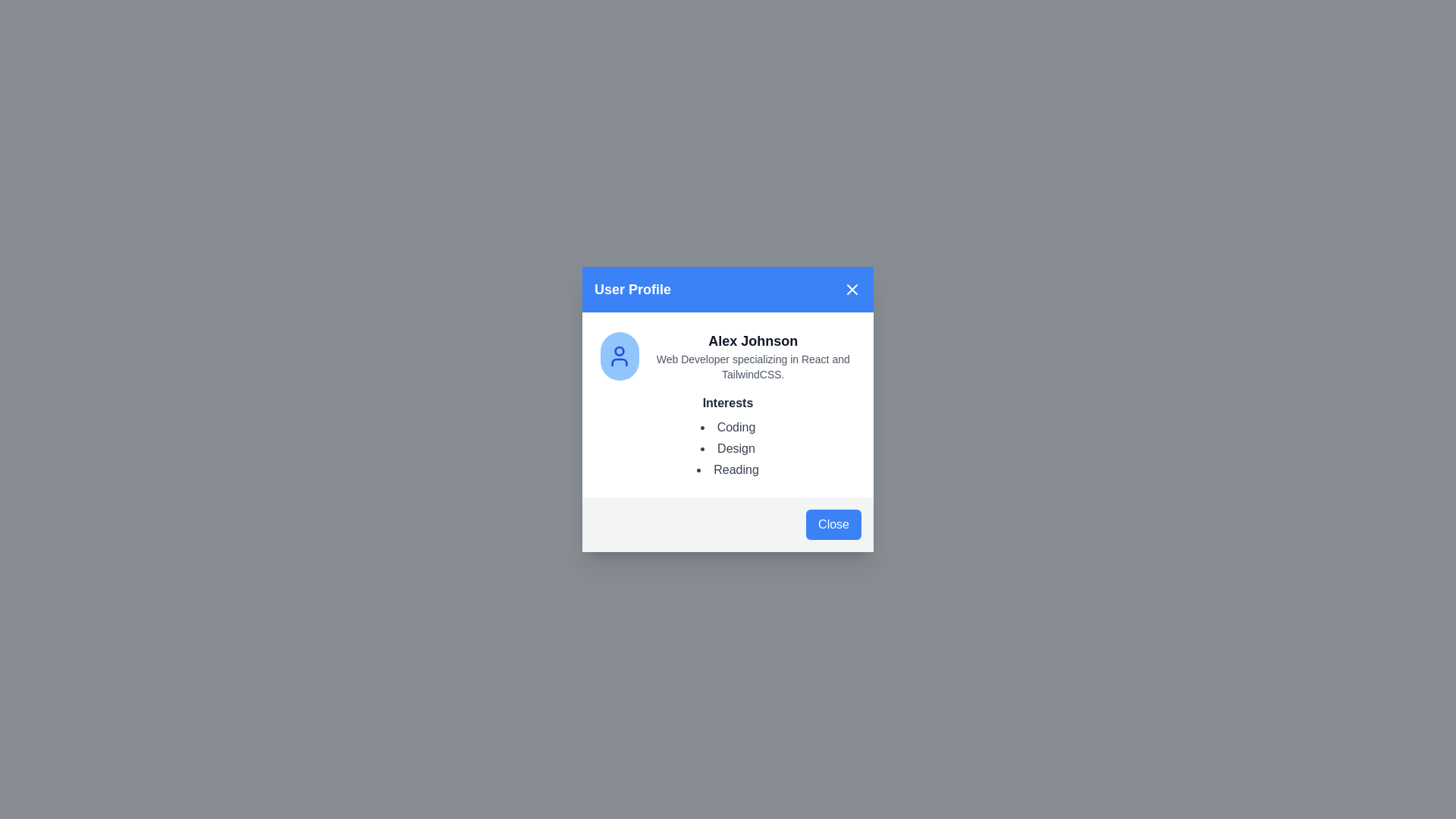 The height and width of the screenshot is (819, 1456). What do you see at coordinates (728, 447) in the screenshot?
I see `the Unordered List containing the items 'Coding', 'Design', and 'Reading' in the modal window titled 'User Profile', positioned under the heading 'Interests'` at bounding box center [728, 447].